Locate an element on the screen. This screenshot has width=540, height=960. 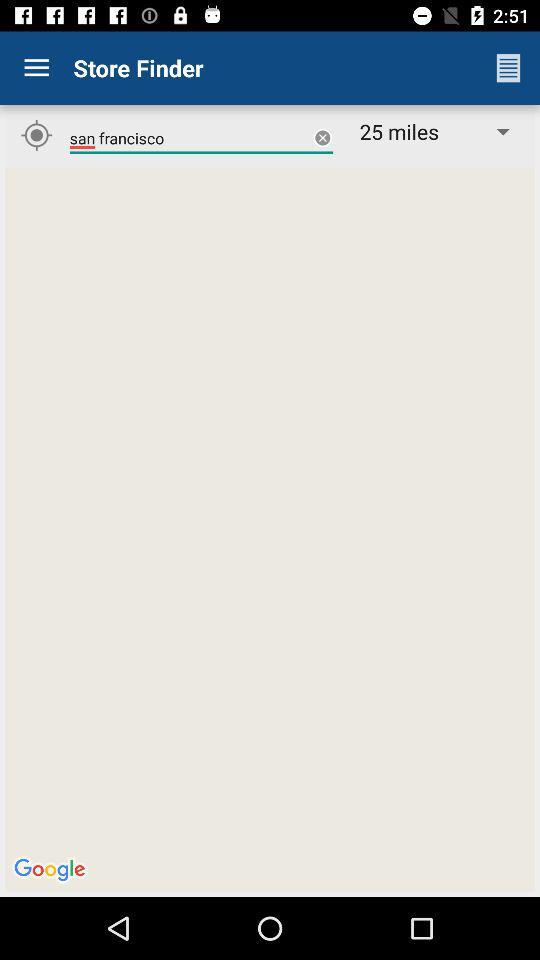
the location_crosshair icon is located at coordinates (36, 134).